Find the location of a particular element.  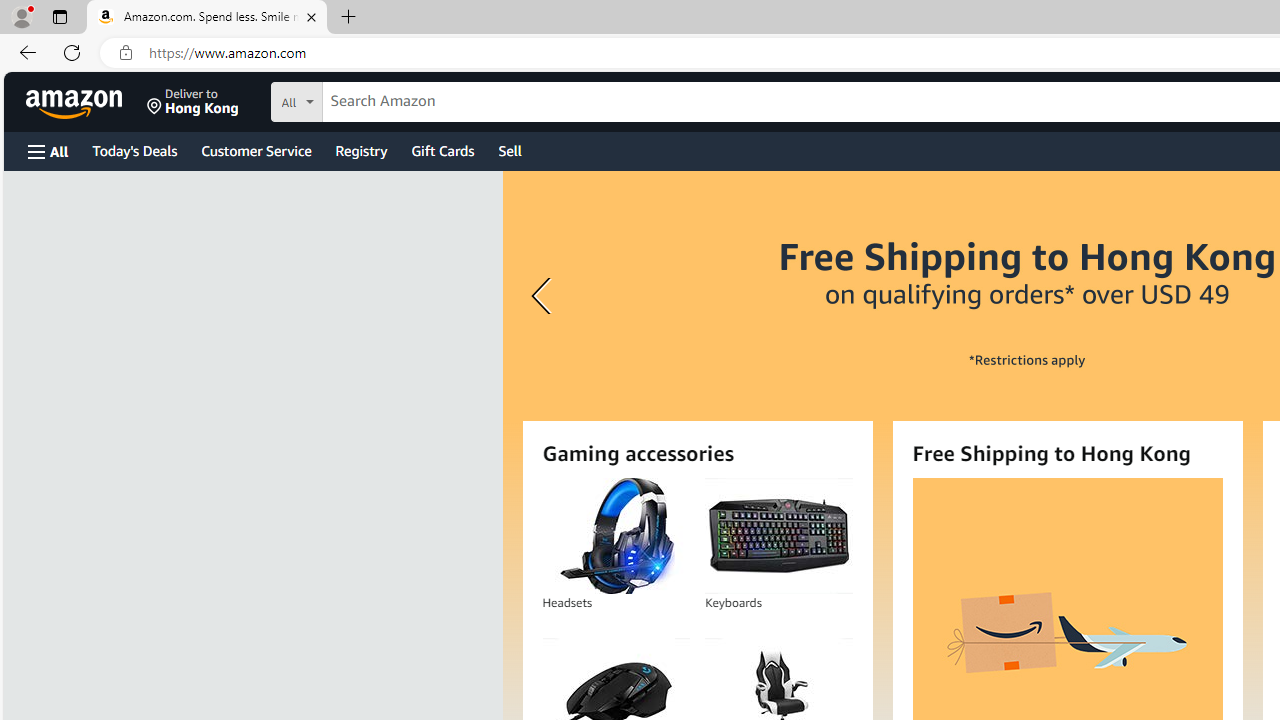

'Previous slide' is located at coordinates (544, 296).